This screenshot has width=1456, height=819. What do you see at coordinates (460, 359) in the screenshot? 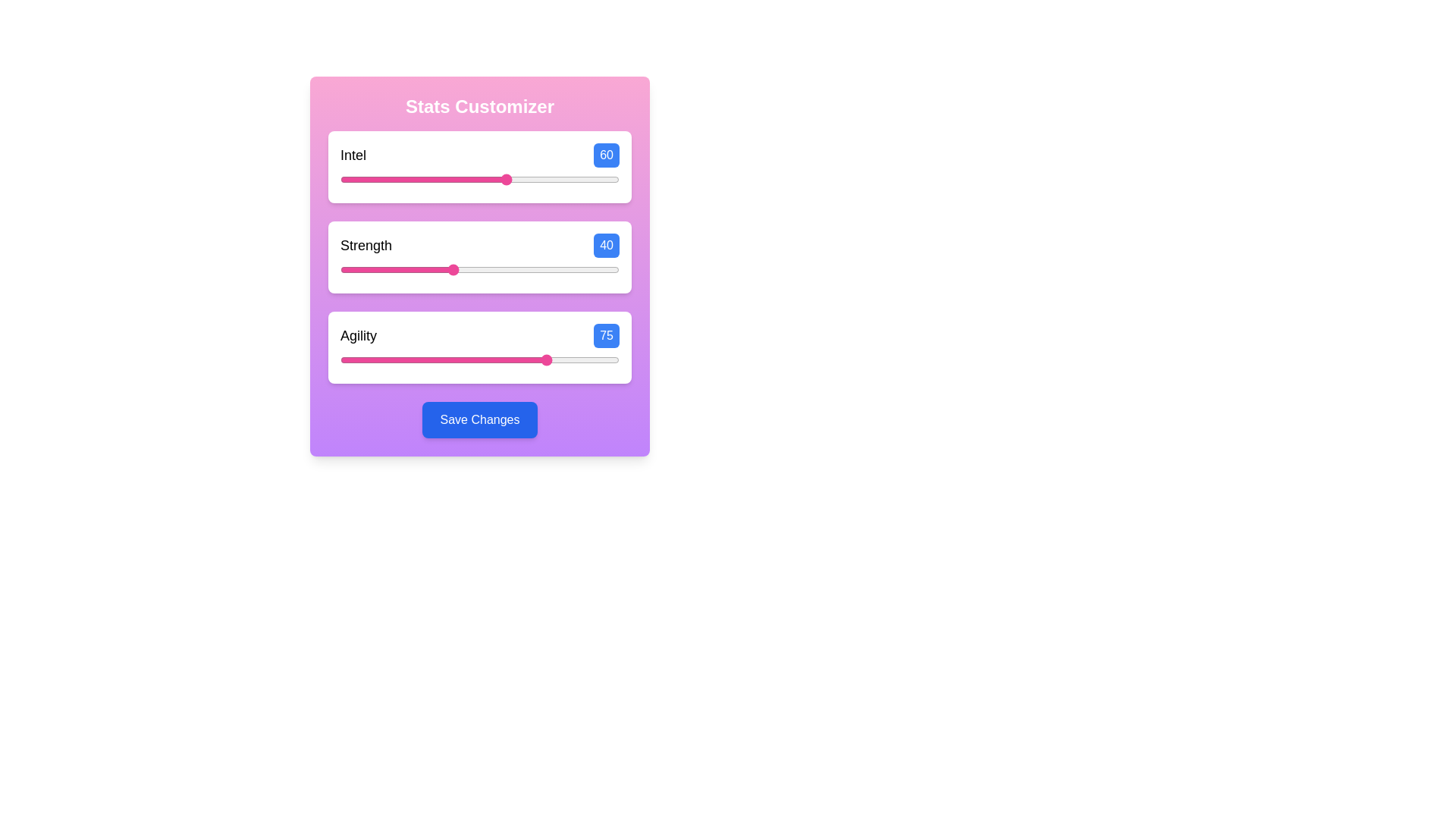
I see `the agility value` at bounding box center [460, 359].